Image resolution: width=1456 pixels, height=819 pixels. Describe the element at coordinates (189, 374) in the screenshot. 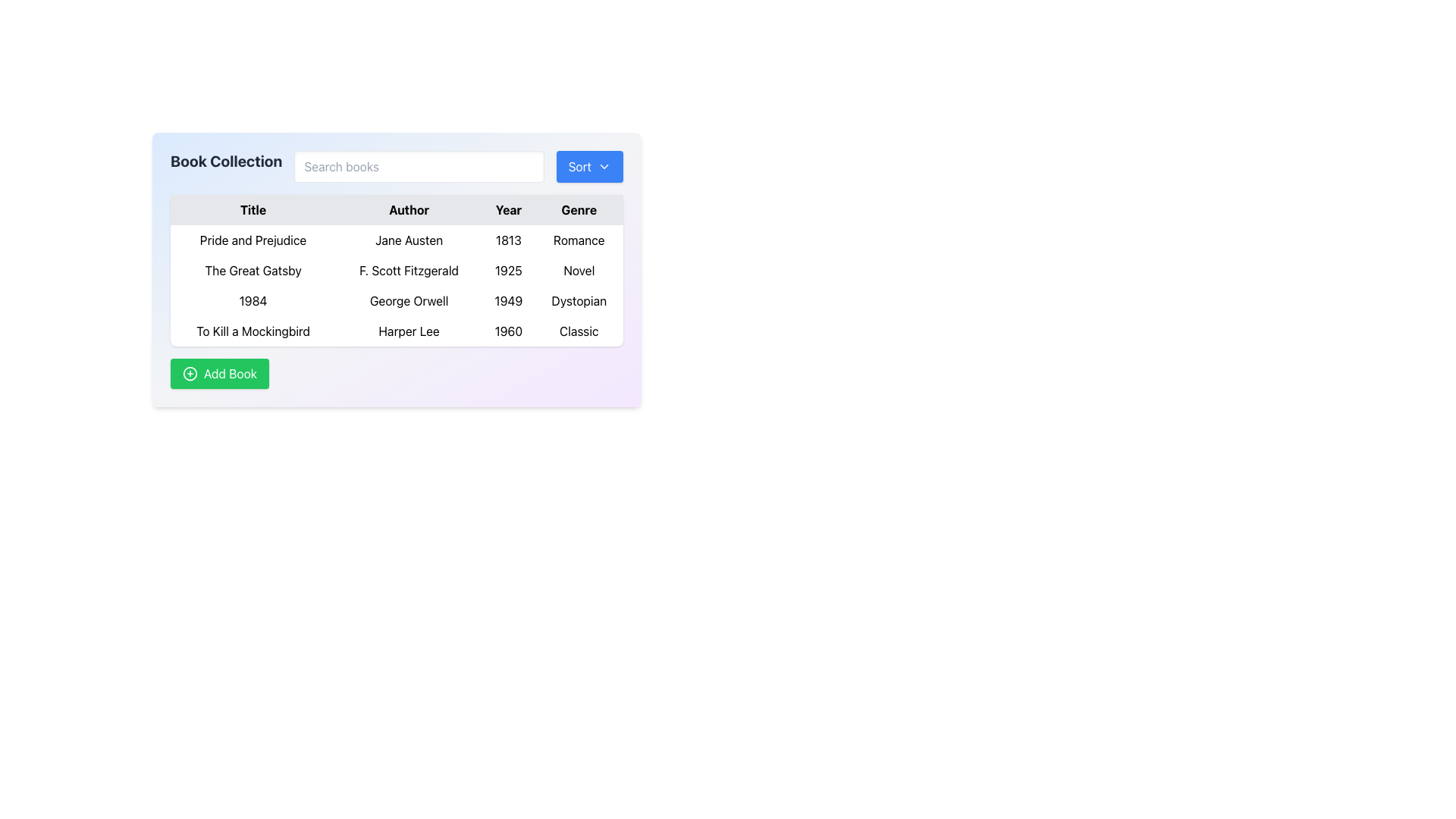

I see `the SVG Circle that is part of the 'Add Book' button, located to the left of the button label` at that location.